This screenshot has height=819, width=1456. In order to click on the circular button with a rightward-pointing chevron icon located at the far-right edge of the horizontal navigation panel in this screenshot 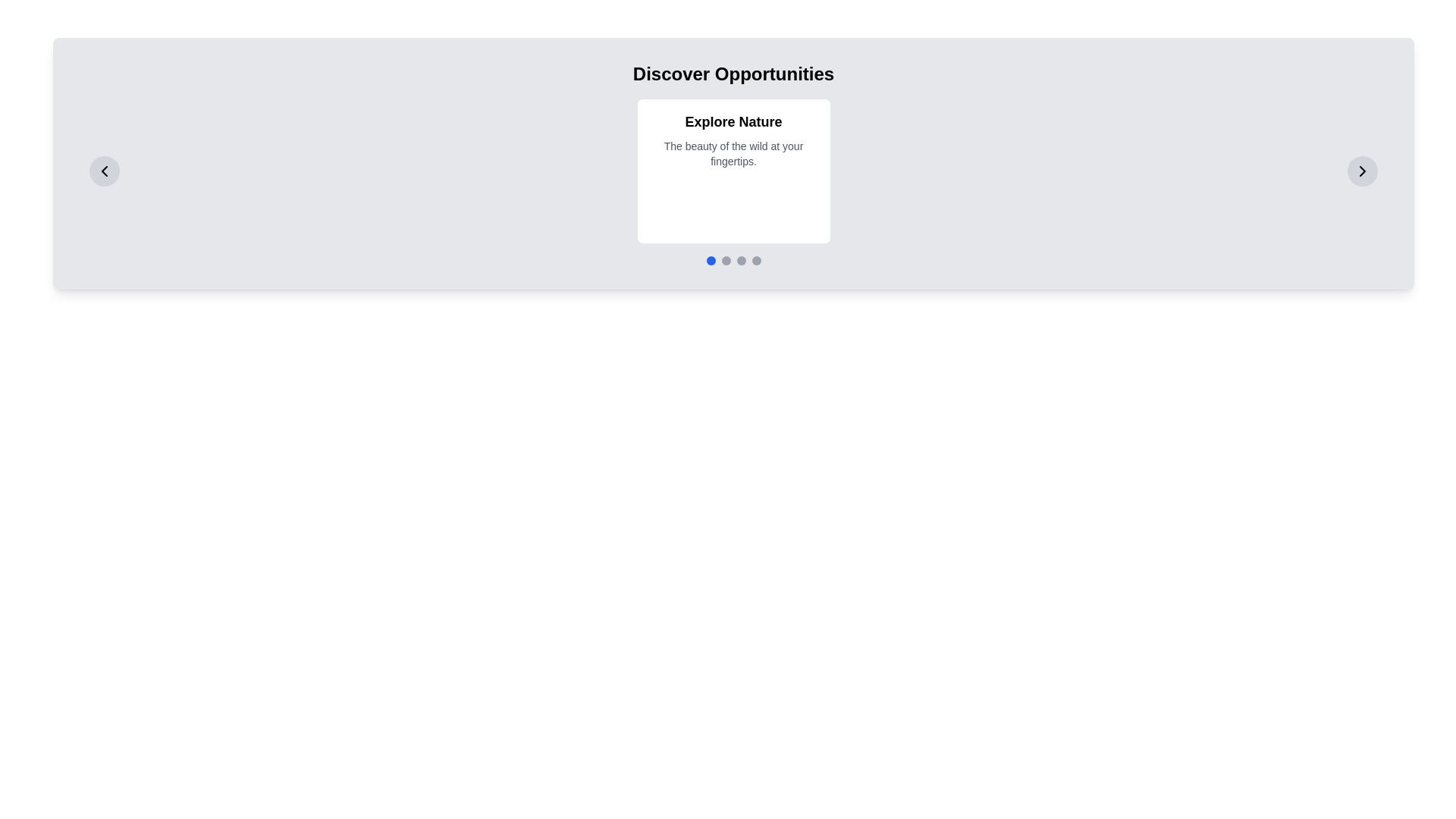, I will do `click(1362, 171)`.